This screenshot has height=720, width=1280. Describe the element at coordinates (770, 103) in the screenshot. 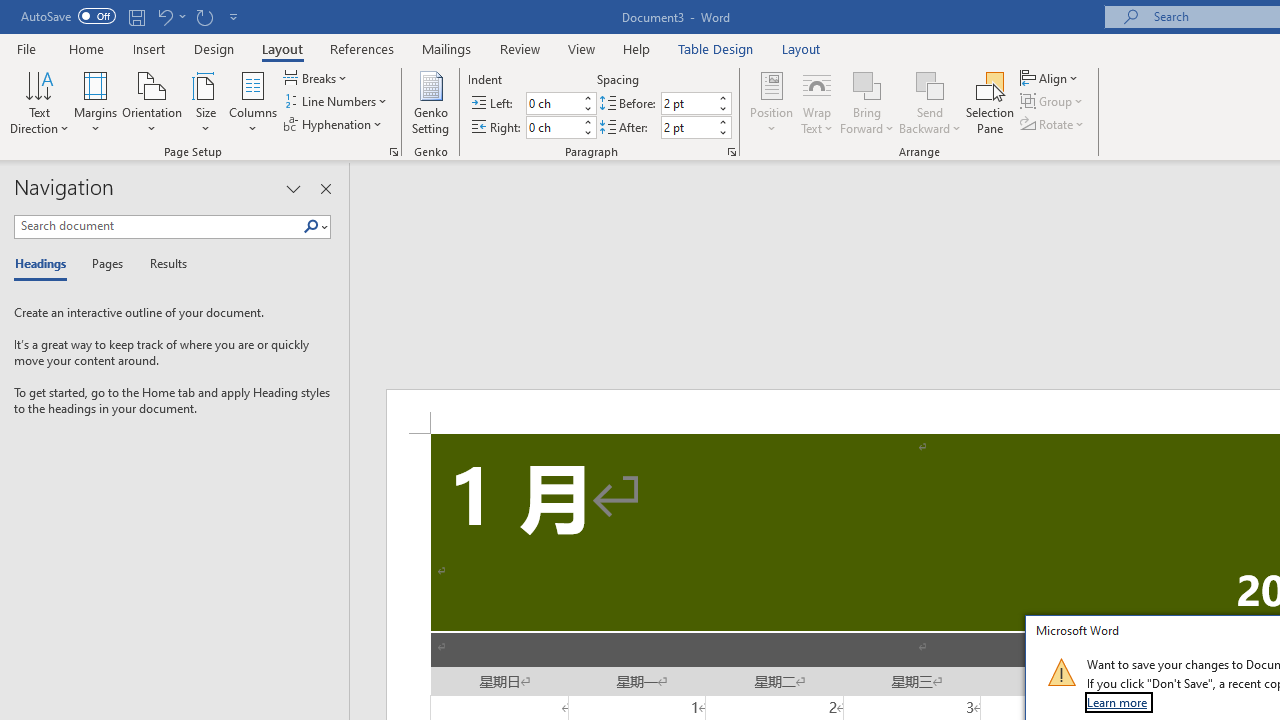

I see `'Position'` at that location.